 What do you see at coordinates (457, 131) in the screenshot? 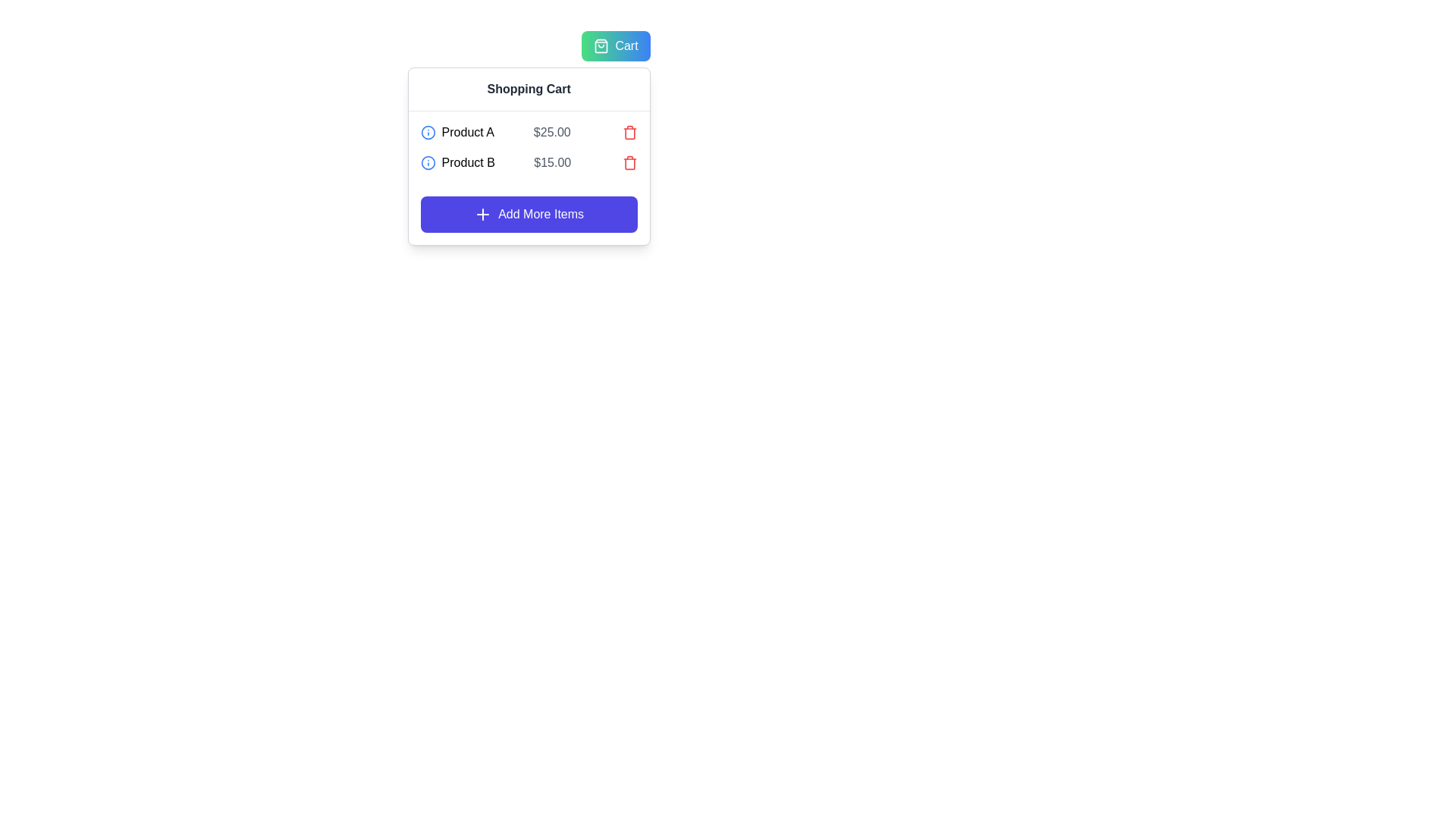
I see `the first product name text label in the shopping cart, located above the entry for 'Product B'` at bounding box center [457, 131].